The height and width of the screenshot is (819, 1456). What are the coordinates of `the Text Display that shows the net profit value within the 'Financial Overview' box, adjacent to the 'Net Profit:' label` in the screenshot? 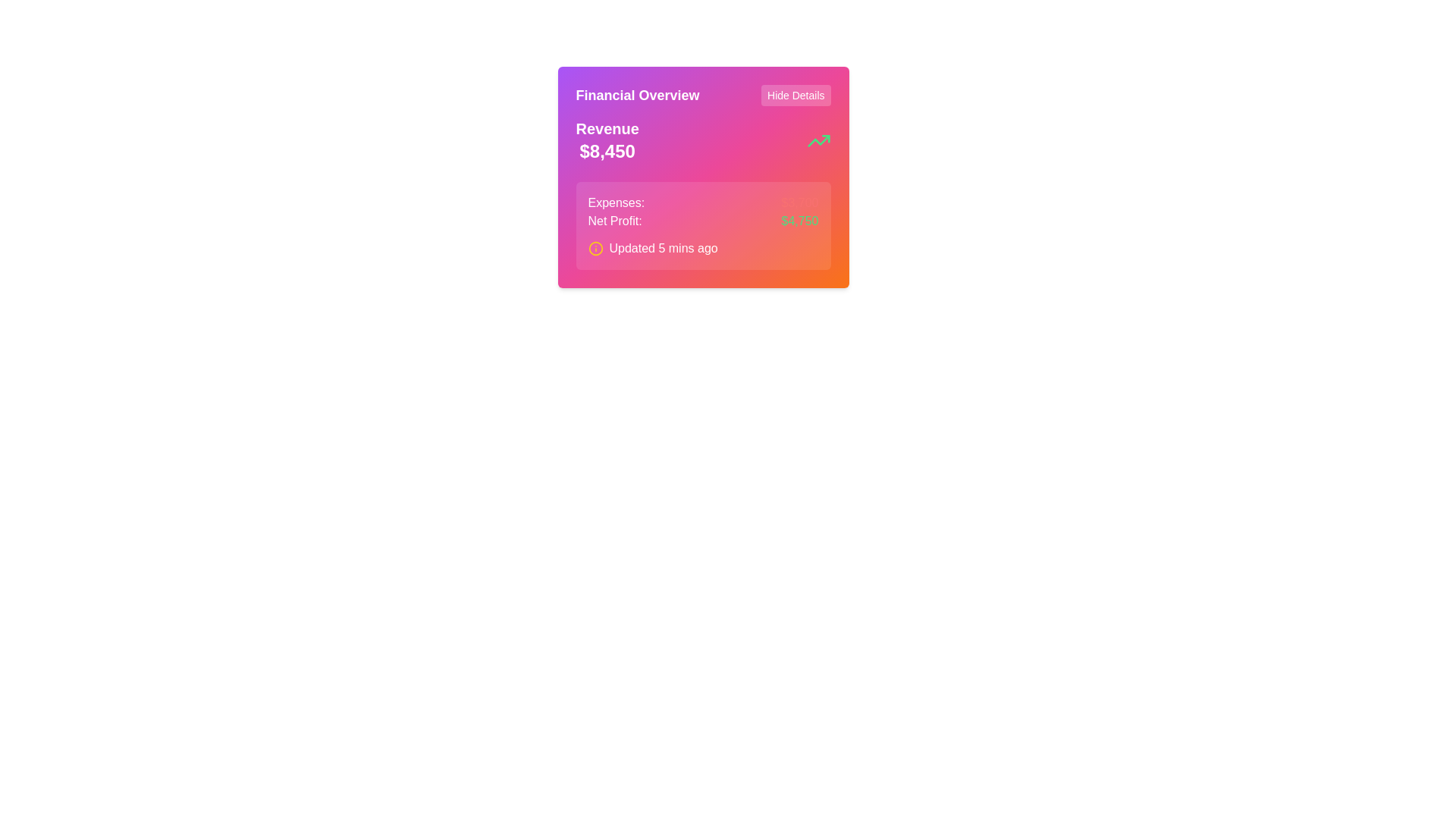 It's located at (799, 221).